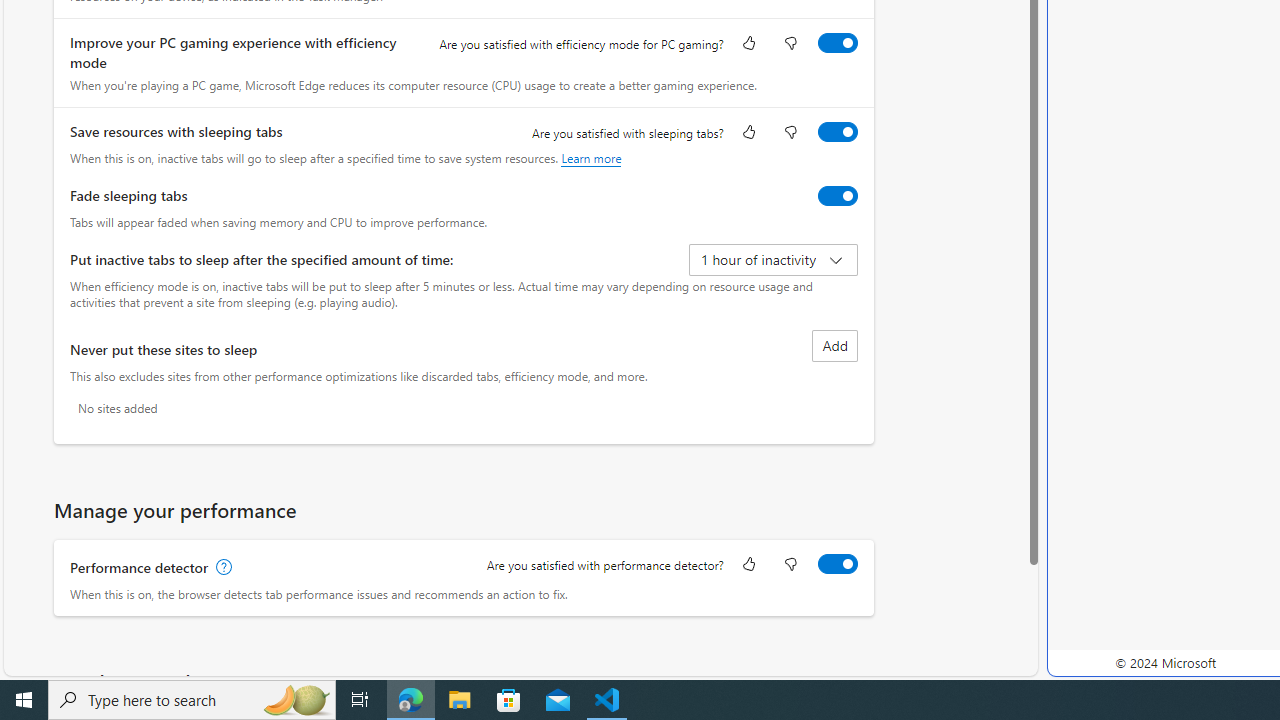 The image size is (1280, 720). Describe the element at coordinates (837, 563) in the screenshot. I see `'Performance detector'` at that location.